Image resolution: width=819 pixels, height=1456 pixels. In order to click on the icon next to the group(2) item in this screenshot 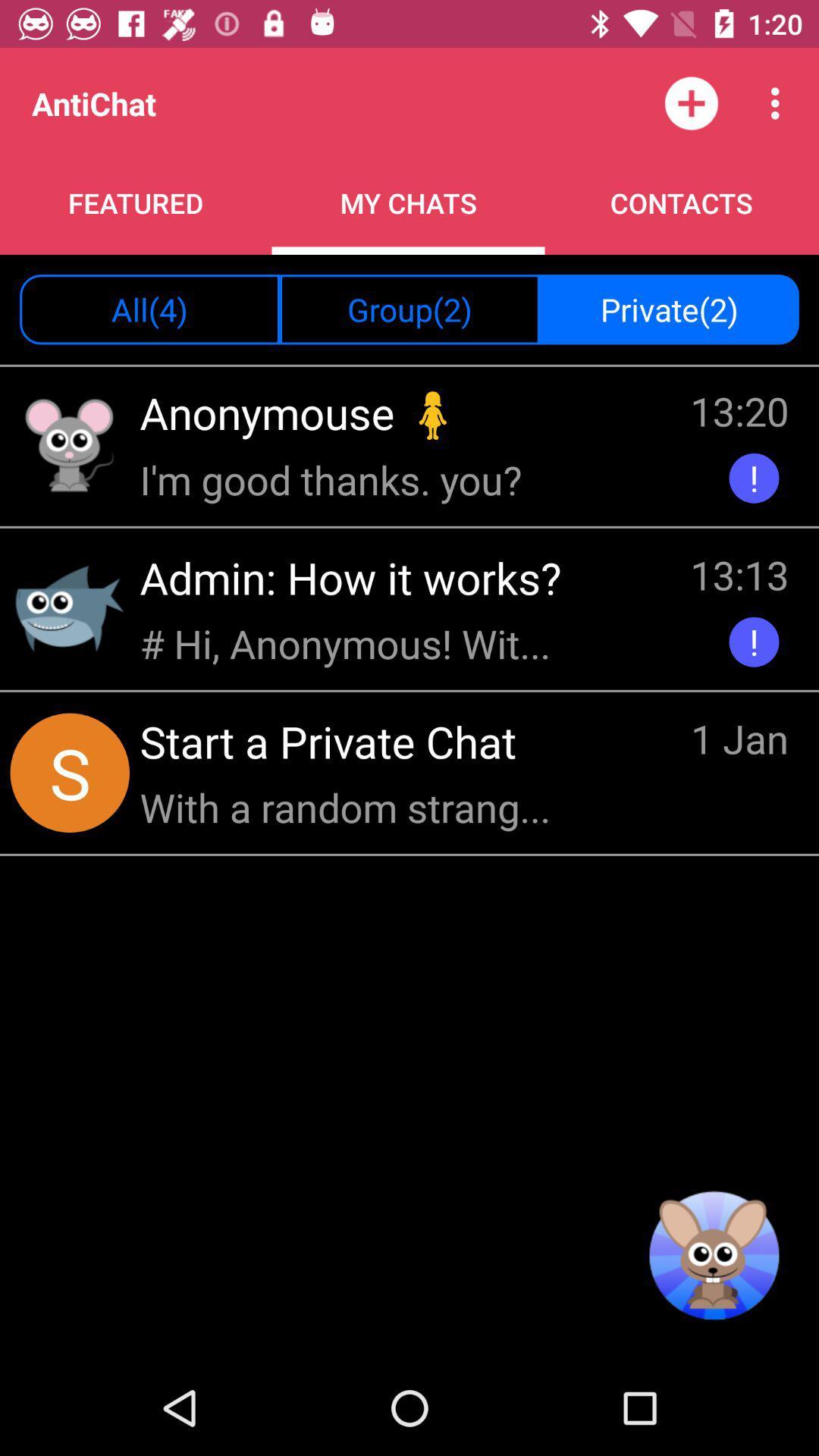, I will do `click(149, 309)`.